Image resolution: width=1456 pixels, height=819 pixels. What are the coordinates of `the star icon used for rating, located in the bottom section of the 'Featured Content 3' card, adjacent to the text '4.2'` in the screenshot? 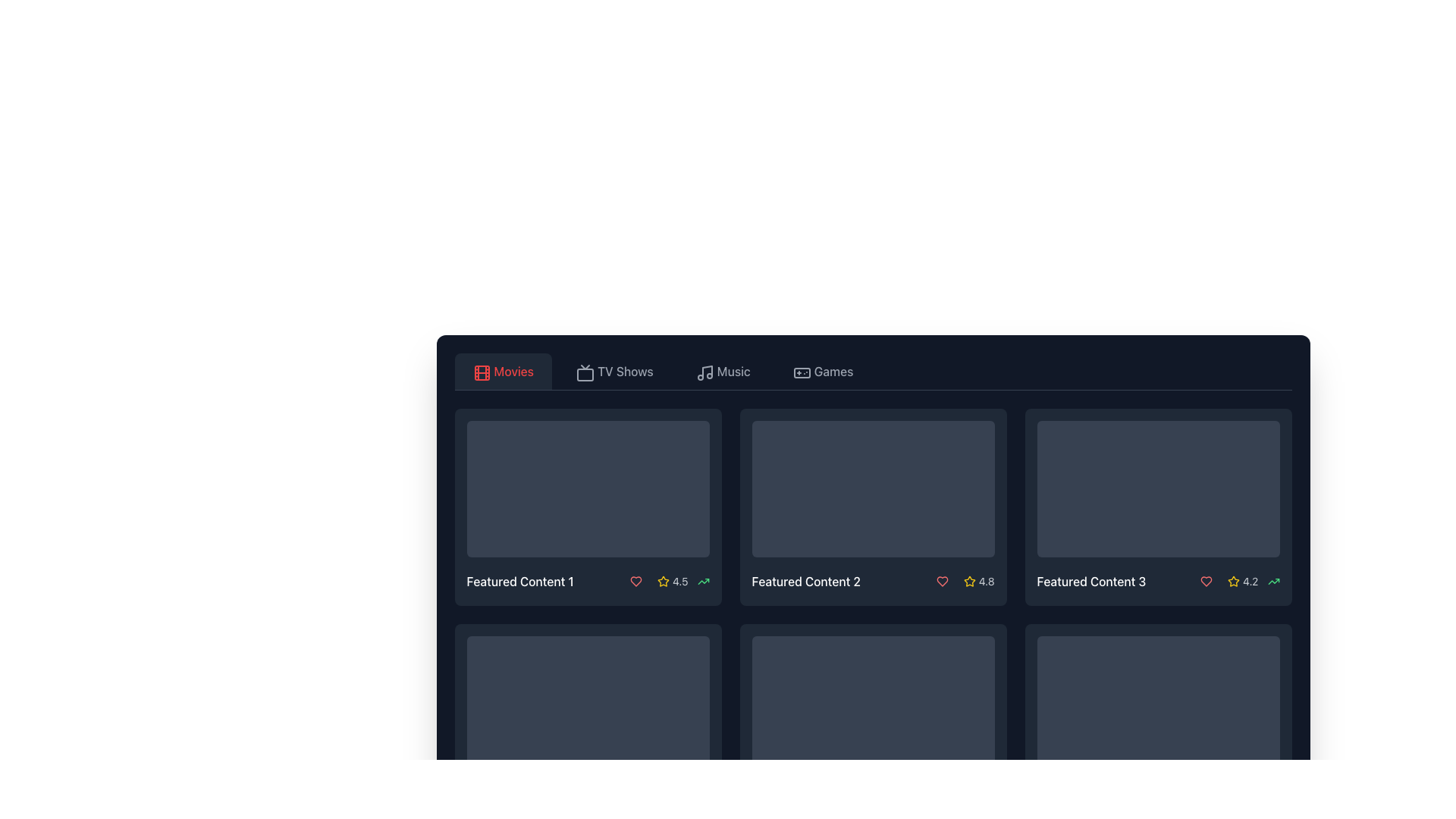 It's located at (1234, 581).